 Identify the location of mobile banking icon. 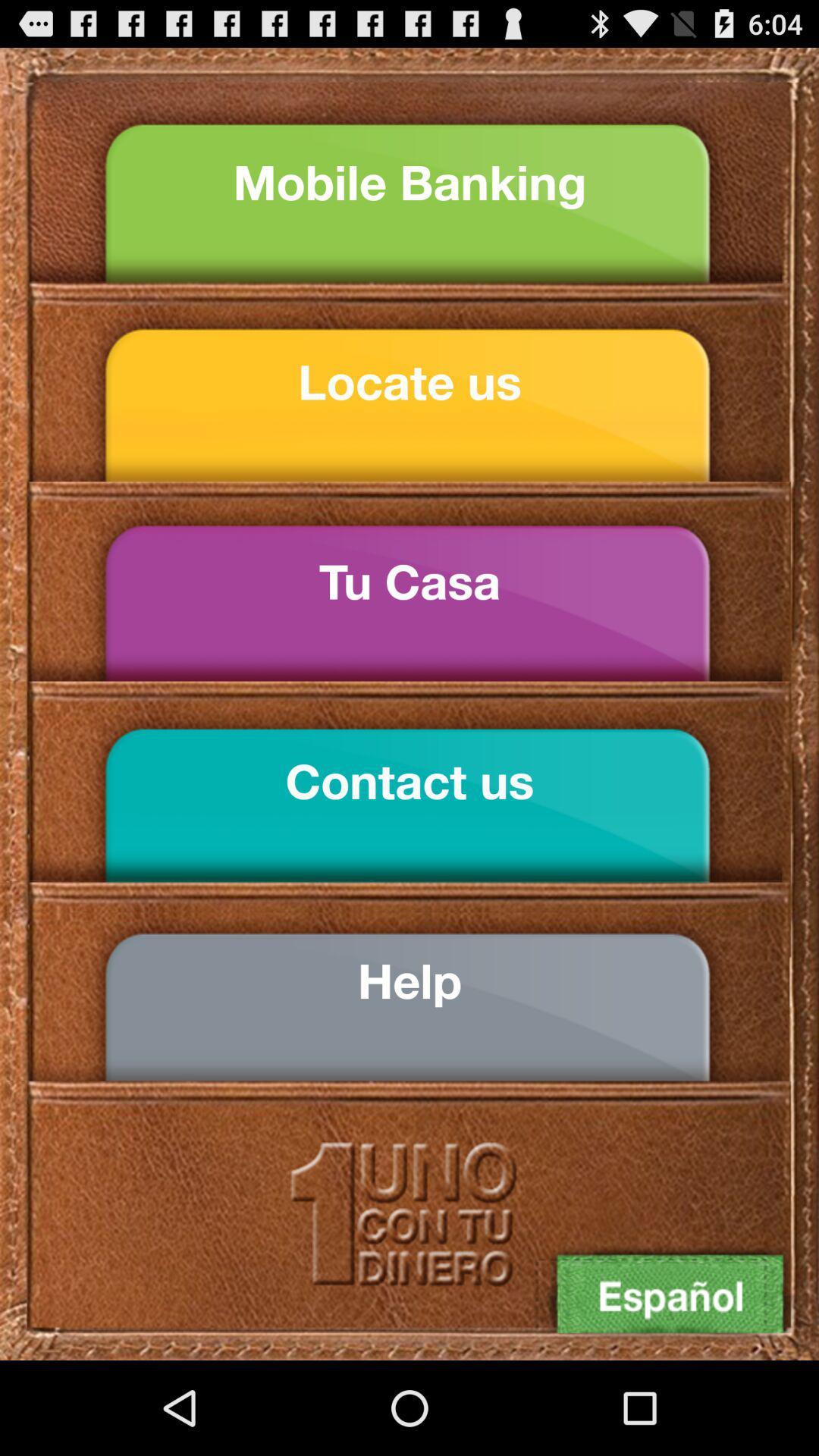
(409, 182).